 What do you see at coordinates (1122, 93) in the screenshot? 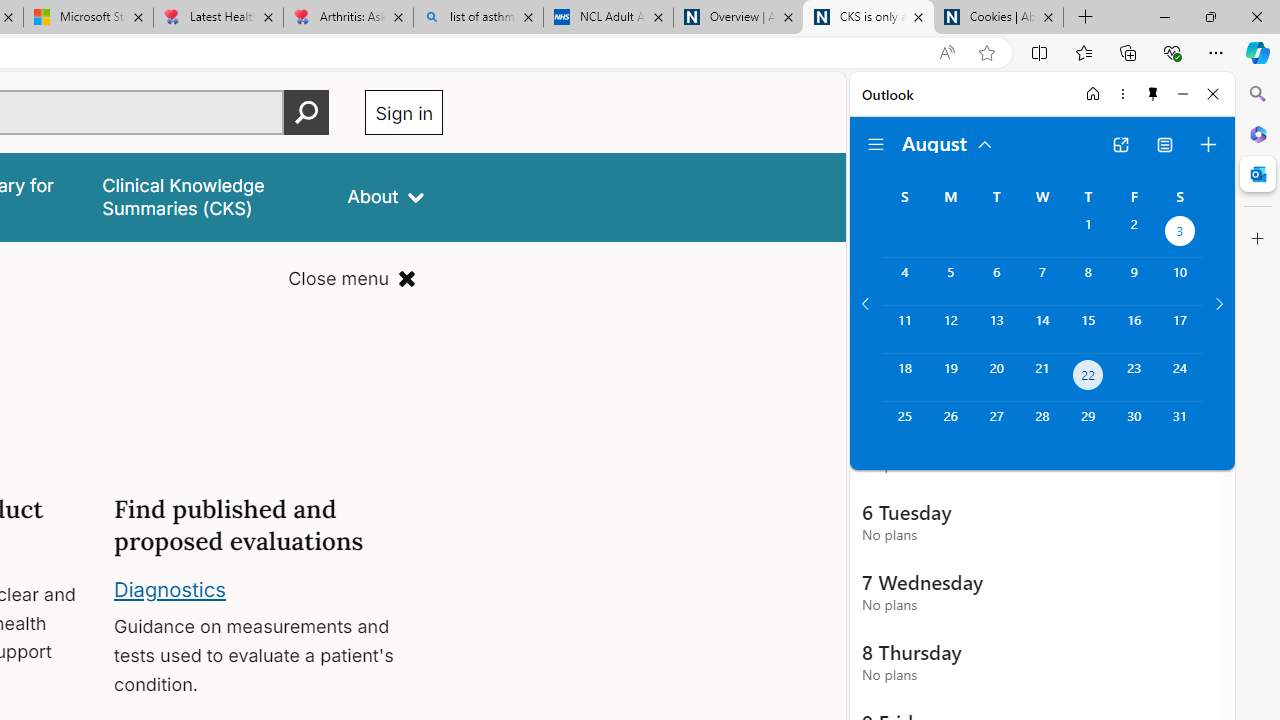
I see `'More options'` at bounding box center [1122, 93].